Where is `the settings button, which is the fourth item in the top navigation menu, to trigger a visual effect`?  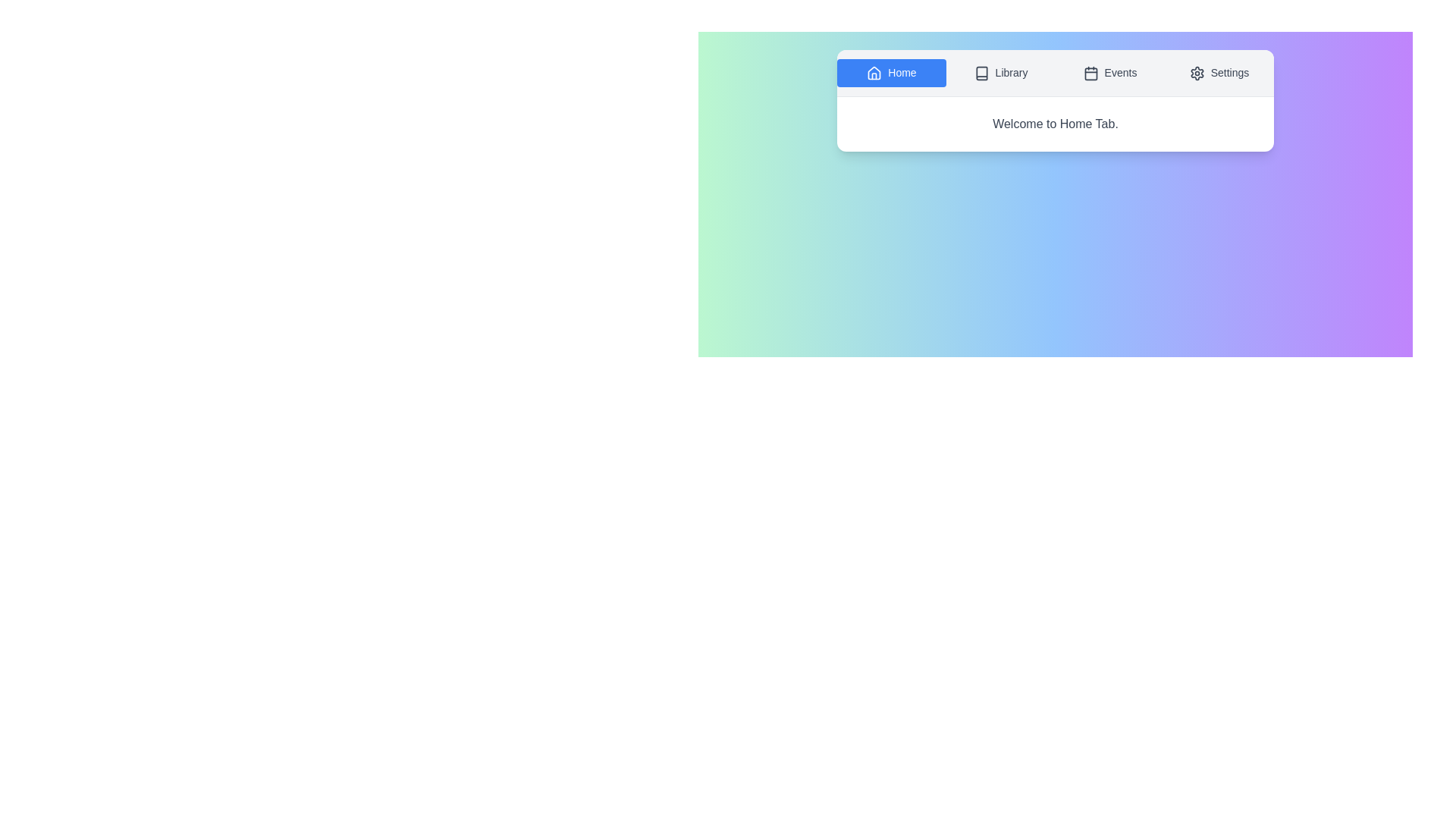 the settings button, which is the fourth item in the top navigation menu, to trigger a visual effect is located at coordinates (1219, 73).